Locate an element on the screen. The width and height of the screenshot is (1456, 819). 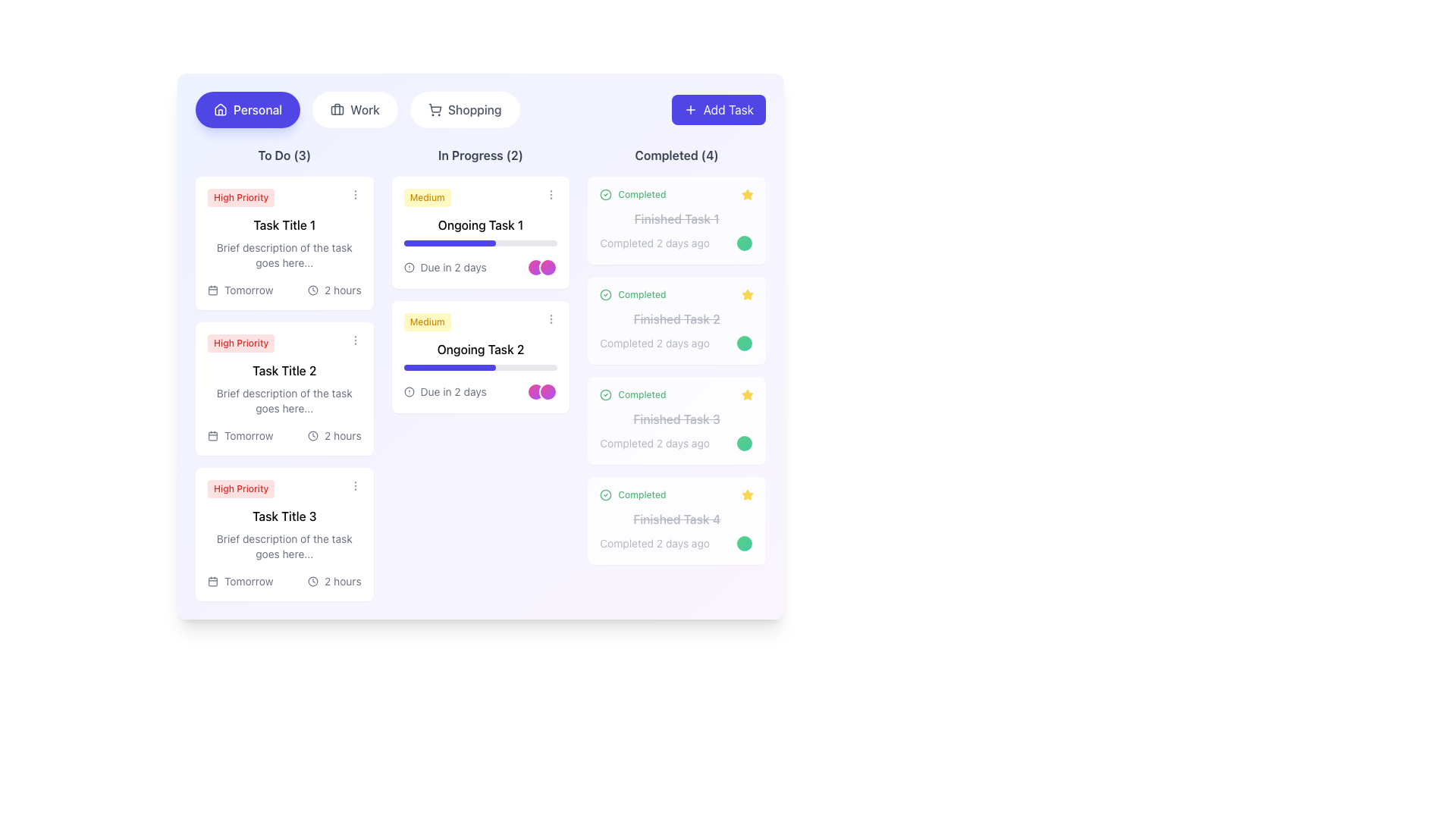
the styled badge indicating the priority level of the task located in the second column under the 'In Progress' section of the dashboard, adjacent to 'Ongoing Task 1' is located at coordinates (426, 197).